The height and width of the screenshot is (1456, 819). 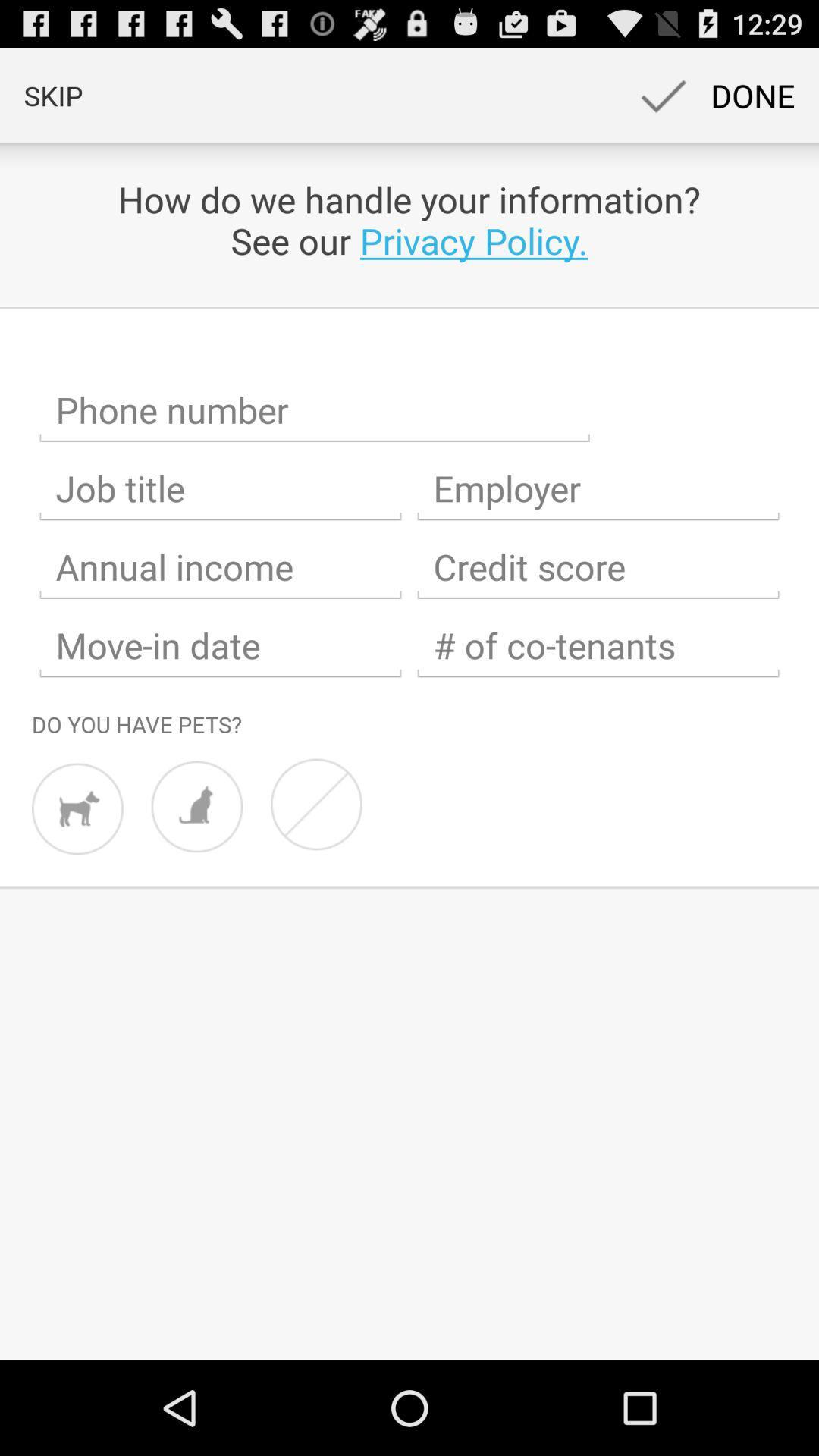 What do you see at coordinates (220, 566) in the screenshot?
I see `create annual income` at bounding box center [220, 566].